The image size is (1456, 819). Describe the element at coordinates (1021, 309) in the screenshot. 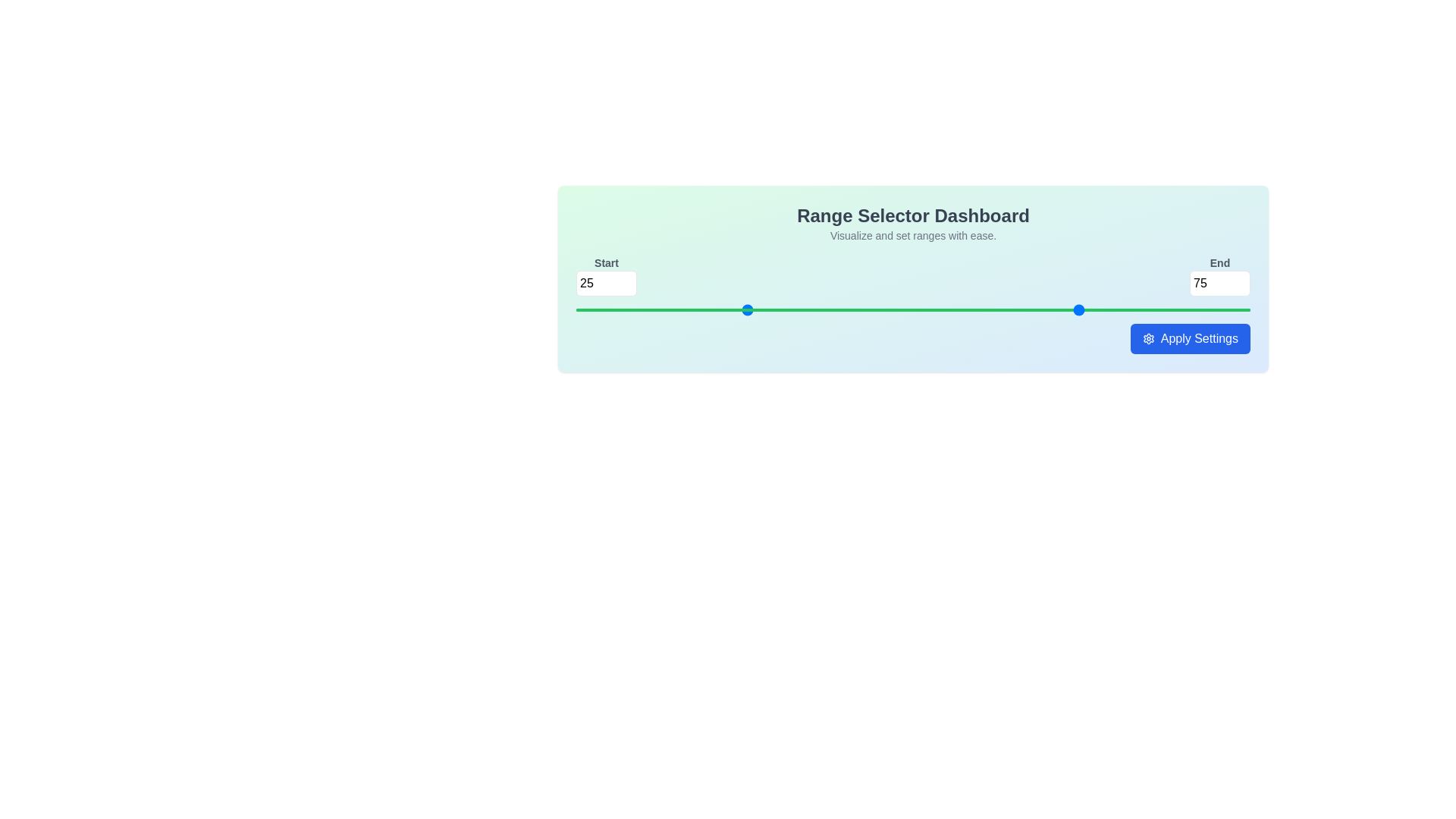

I see `the slider` at that location.